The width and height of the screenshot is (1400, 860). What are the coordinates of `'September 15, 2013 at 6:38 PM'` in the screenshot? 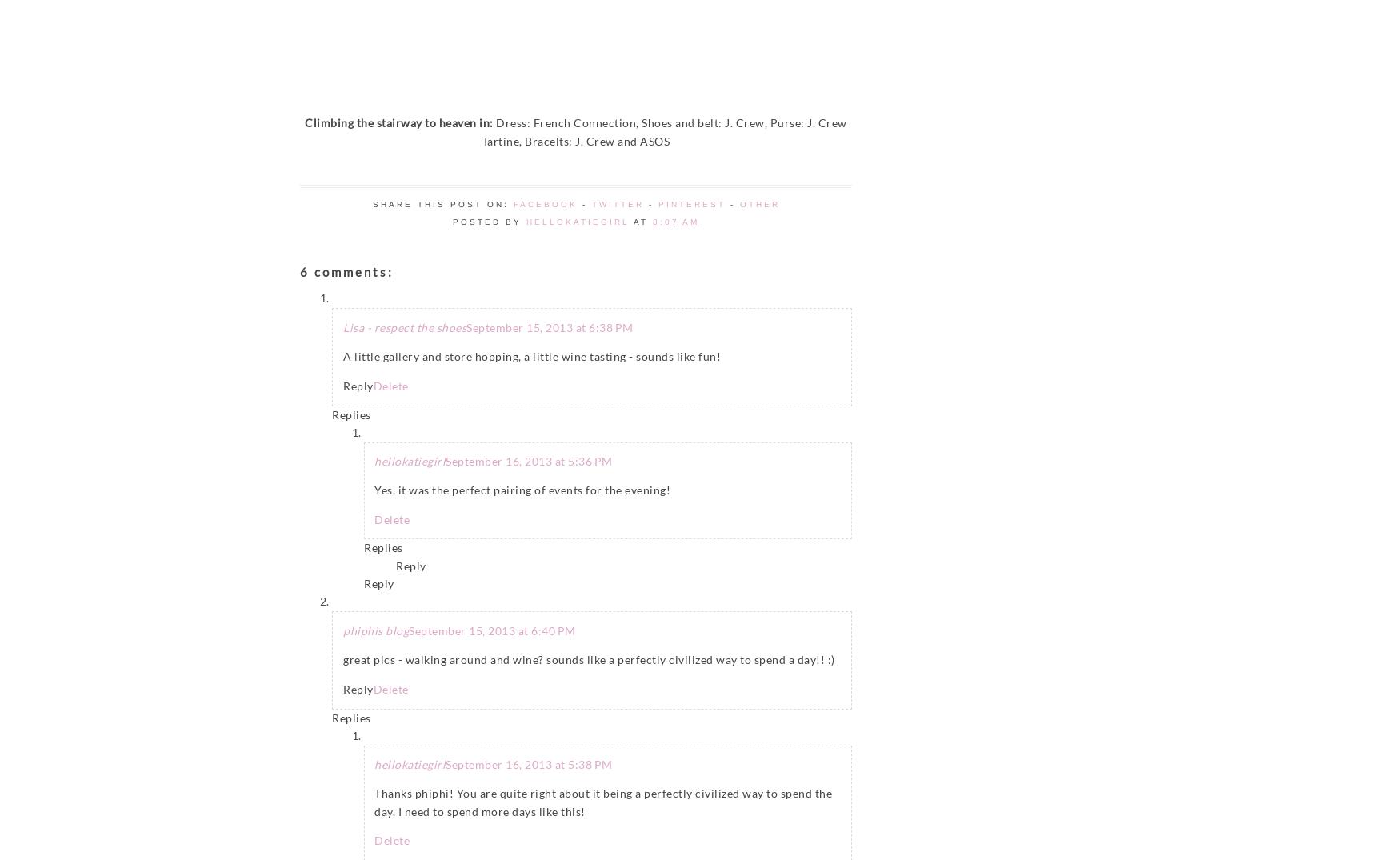 It's located at (466, 326).